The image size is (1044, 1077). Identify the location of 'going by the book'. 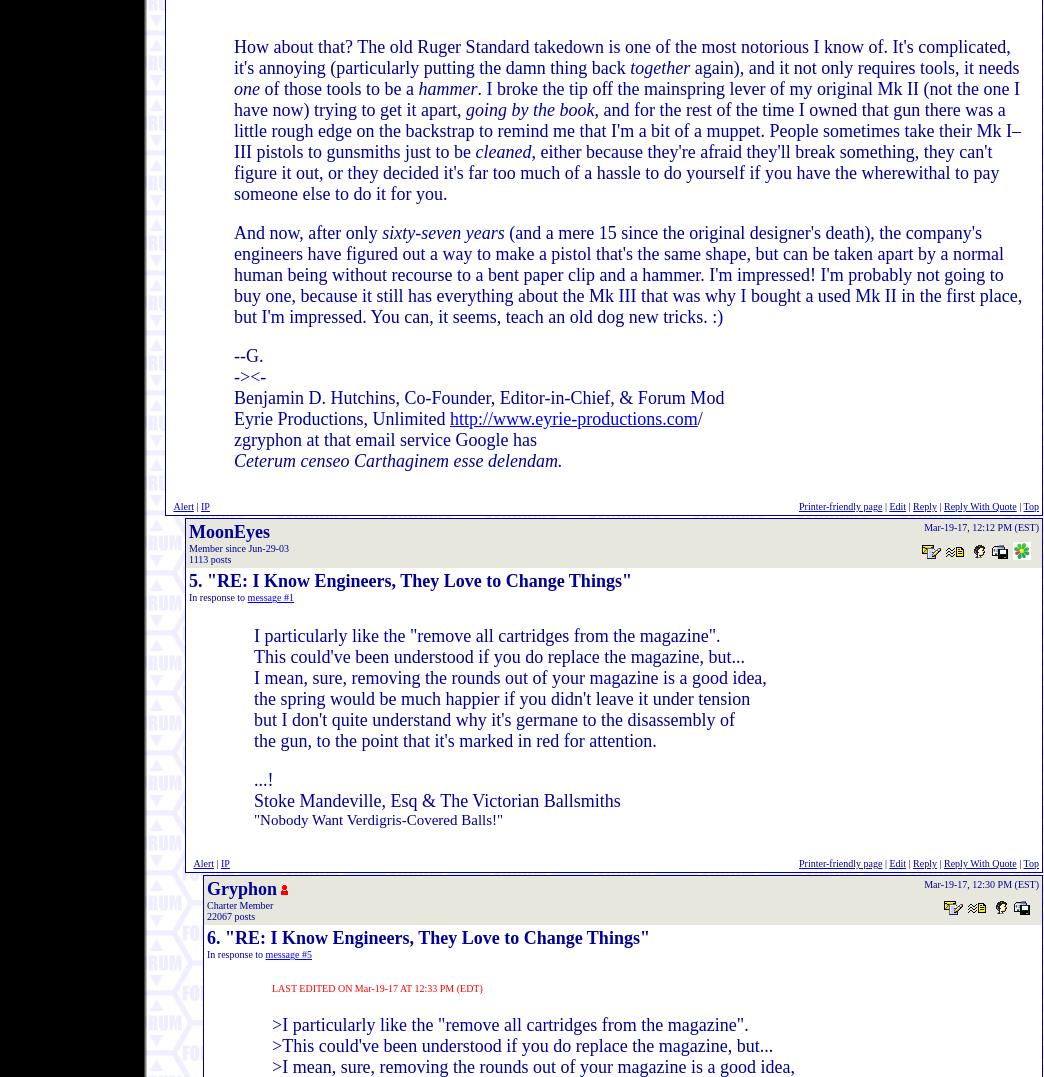
(464, 108).